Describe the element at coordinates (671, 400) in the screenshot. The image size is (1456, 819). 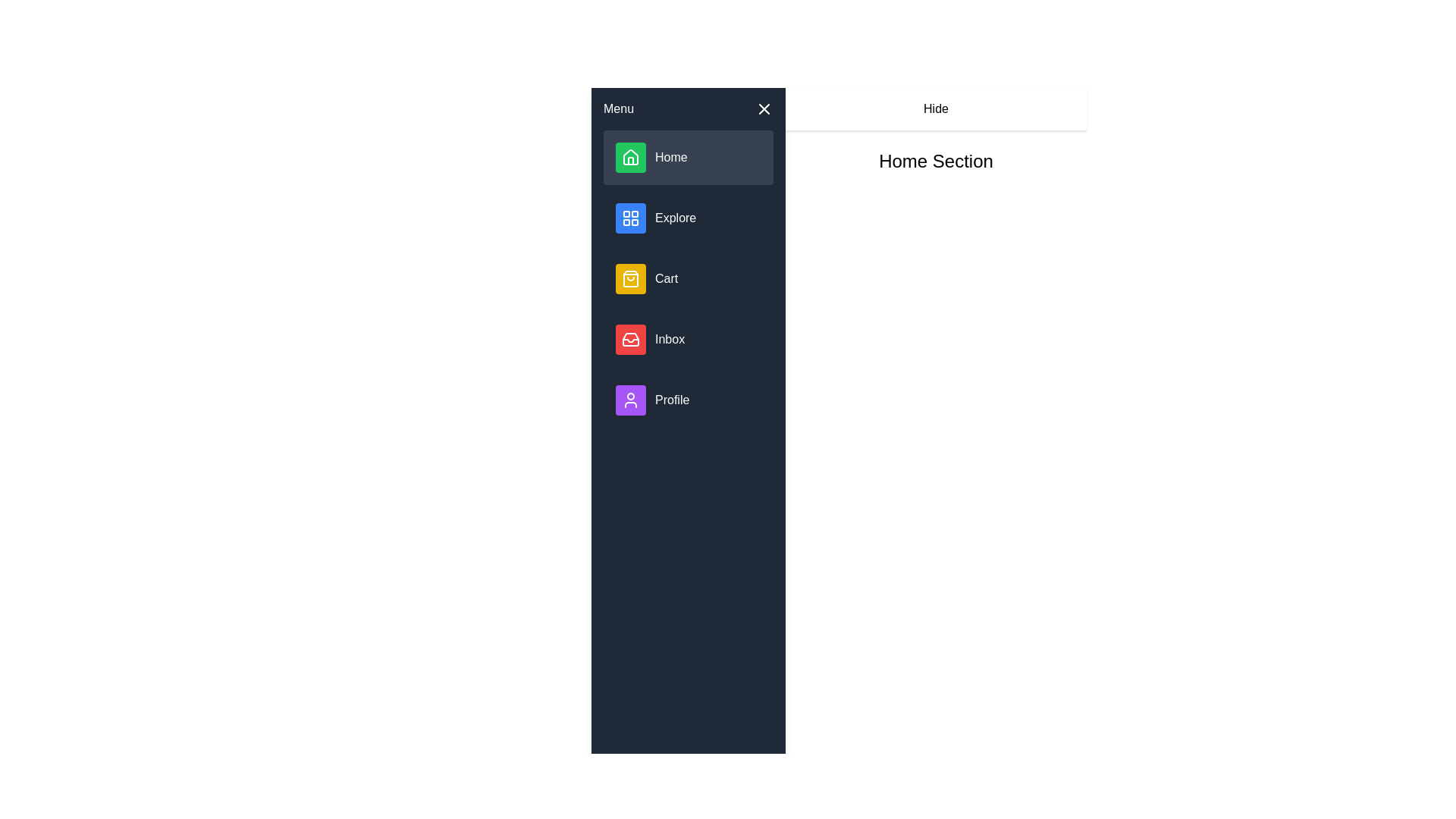
I see `the 'Profile' text label located below the 'Inbox' item in the vertical menu, aligned to the right of the purple circular user profile icon` at that location.